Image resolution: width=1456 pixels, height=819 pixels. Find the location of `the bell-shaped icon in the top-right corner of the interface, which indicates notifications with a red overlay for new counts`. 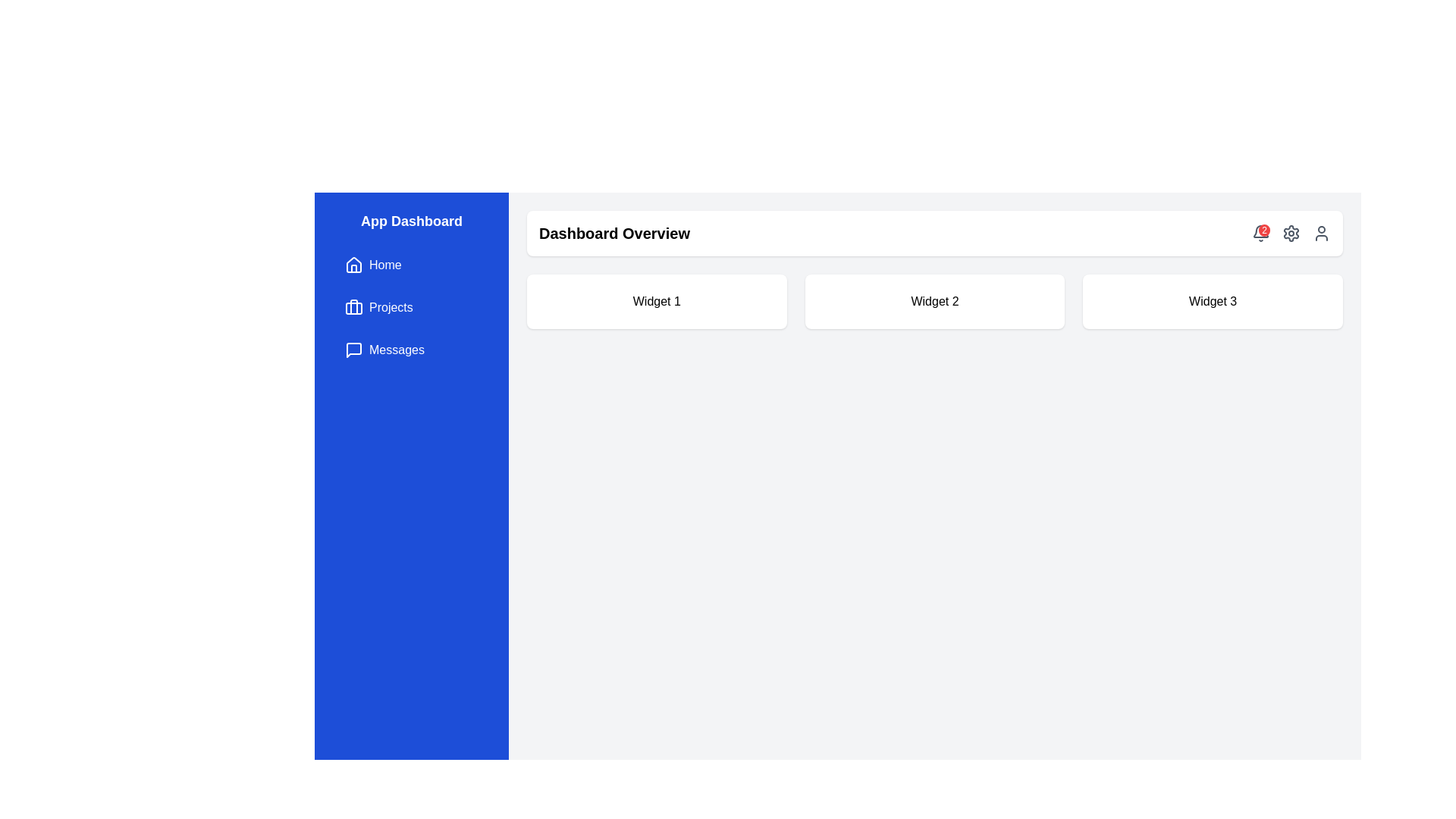

the bell-shaped icon in the top-right corner of the interface, which indicates notifications with a red overlay for new counts is located at coordinates (1260, 231).